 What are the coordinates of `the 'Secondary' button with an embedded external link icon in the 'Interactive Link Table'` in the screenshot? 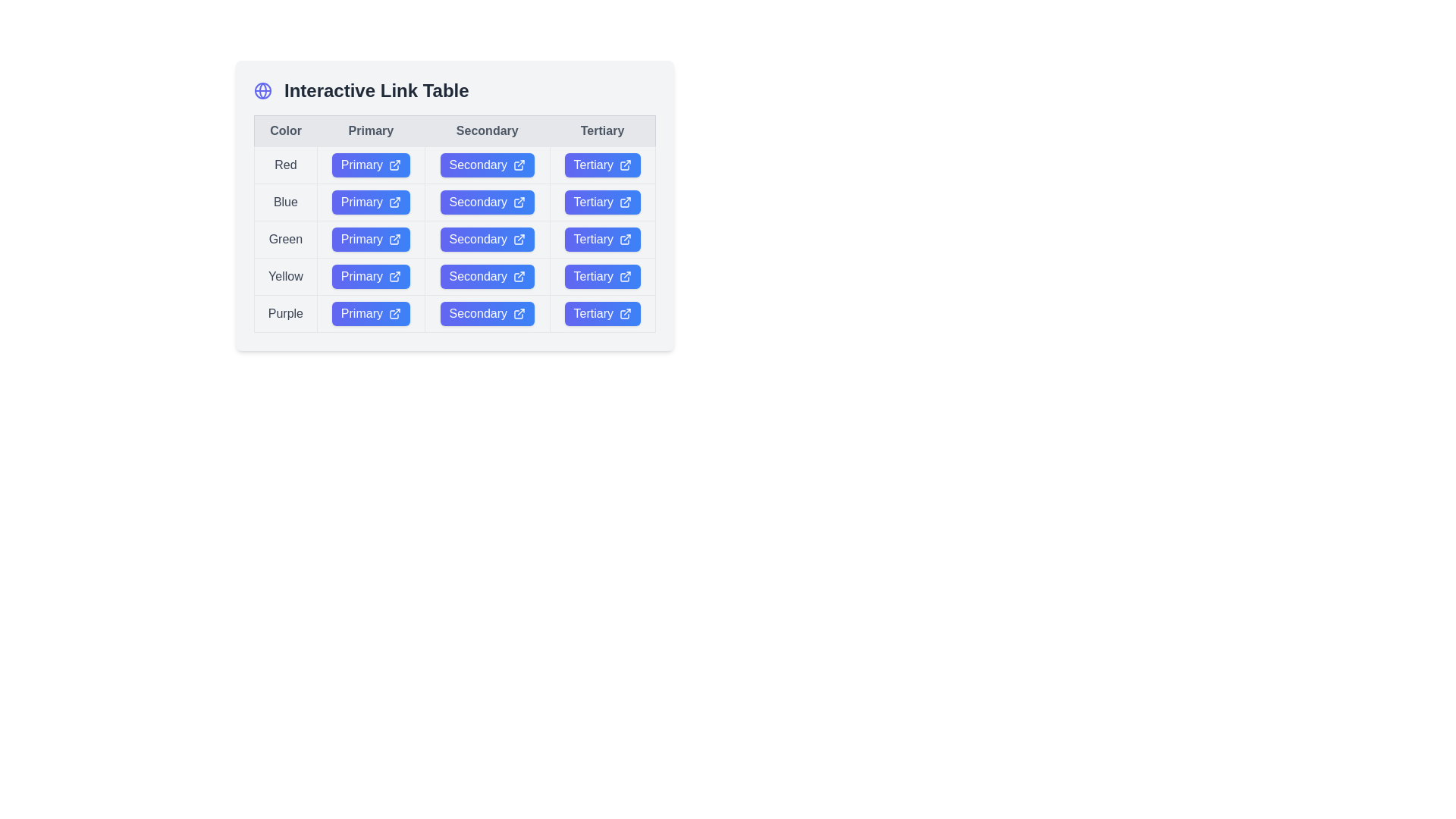 It's located at (487, 312).